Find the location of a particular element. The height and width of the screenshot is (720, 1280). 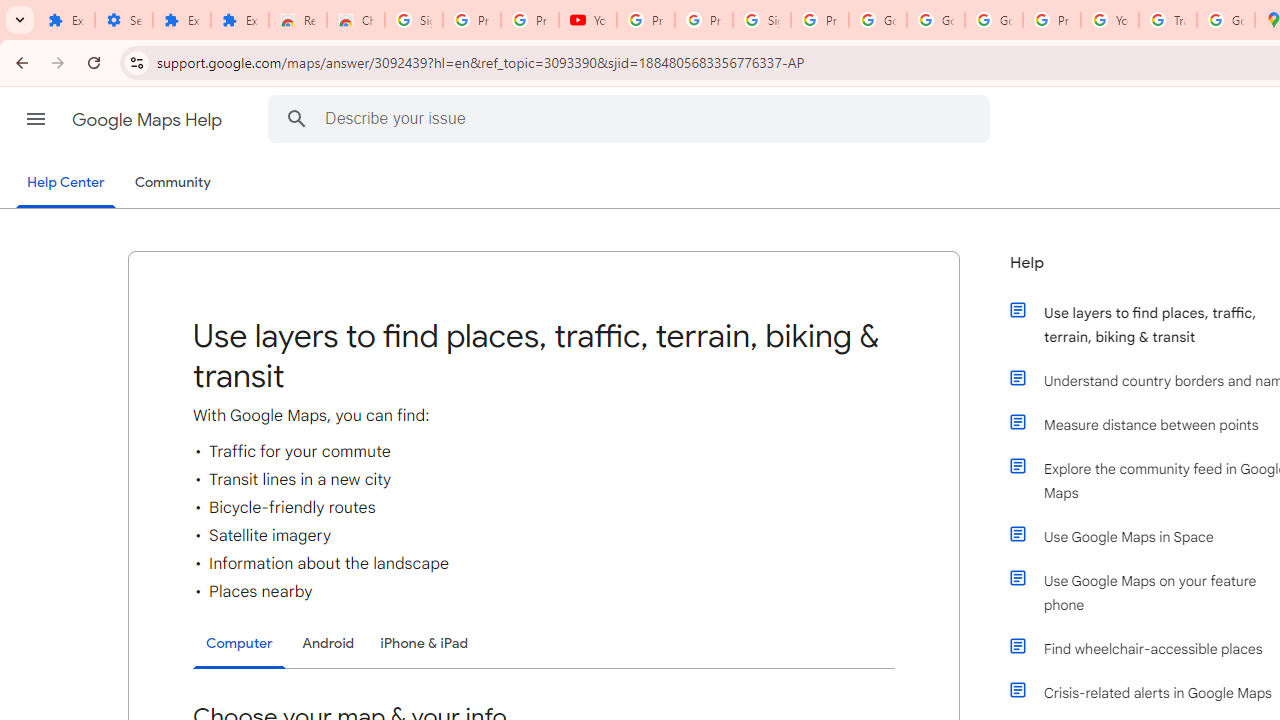

'Chrome Web Store - Themes' is located at coordinates (355, 20).